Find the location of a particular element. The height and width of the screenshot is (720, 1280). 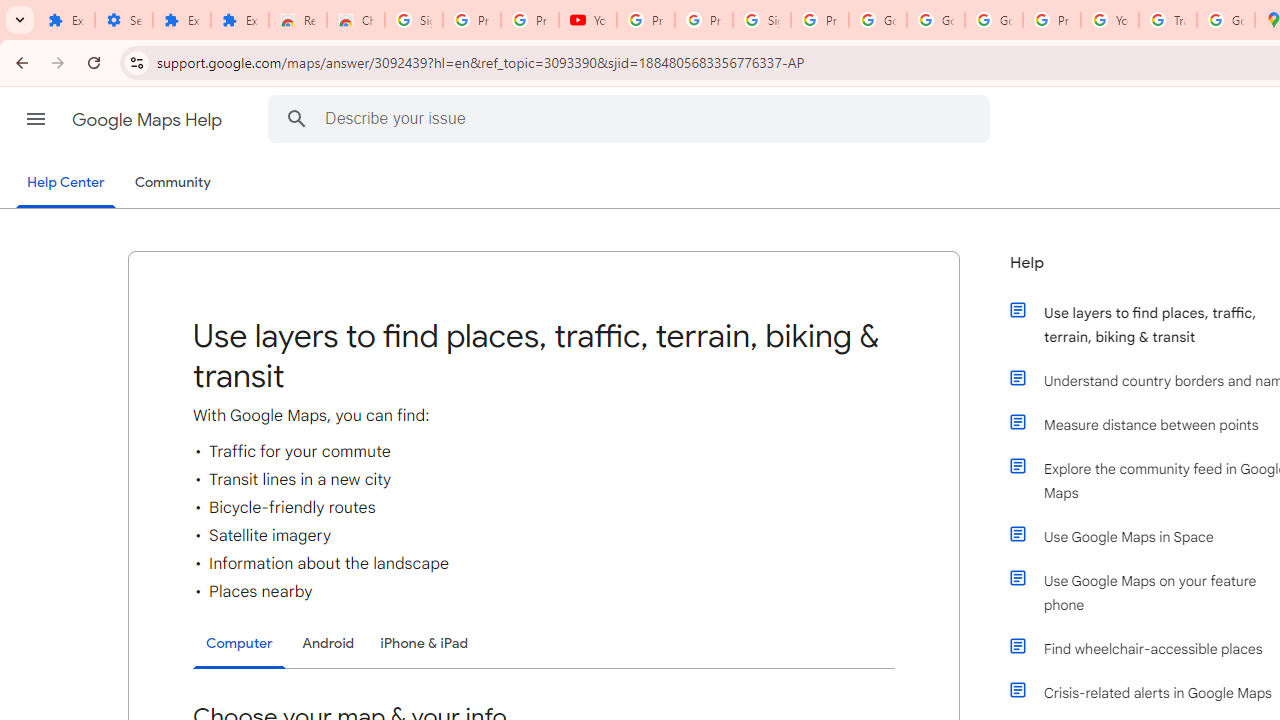

'Chrome Web Store - Themes' is located at coordinates (355, 20).